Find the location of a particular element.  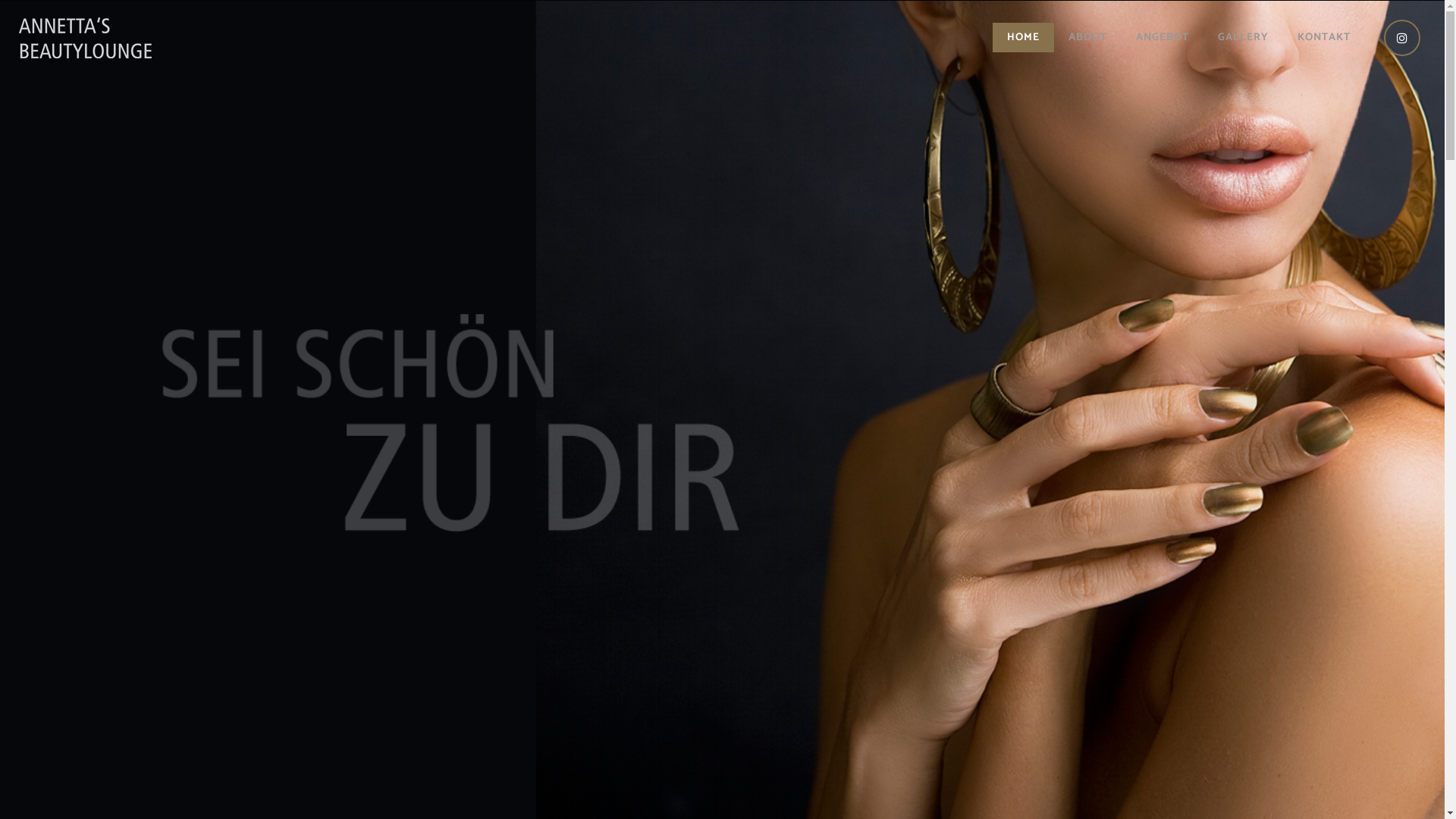

'ABOUT' is located at coordinates (1087, 37).